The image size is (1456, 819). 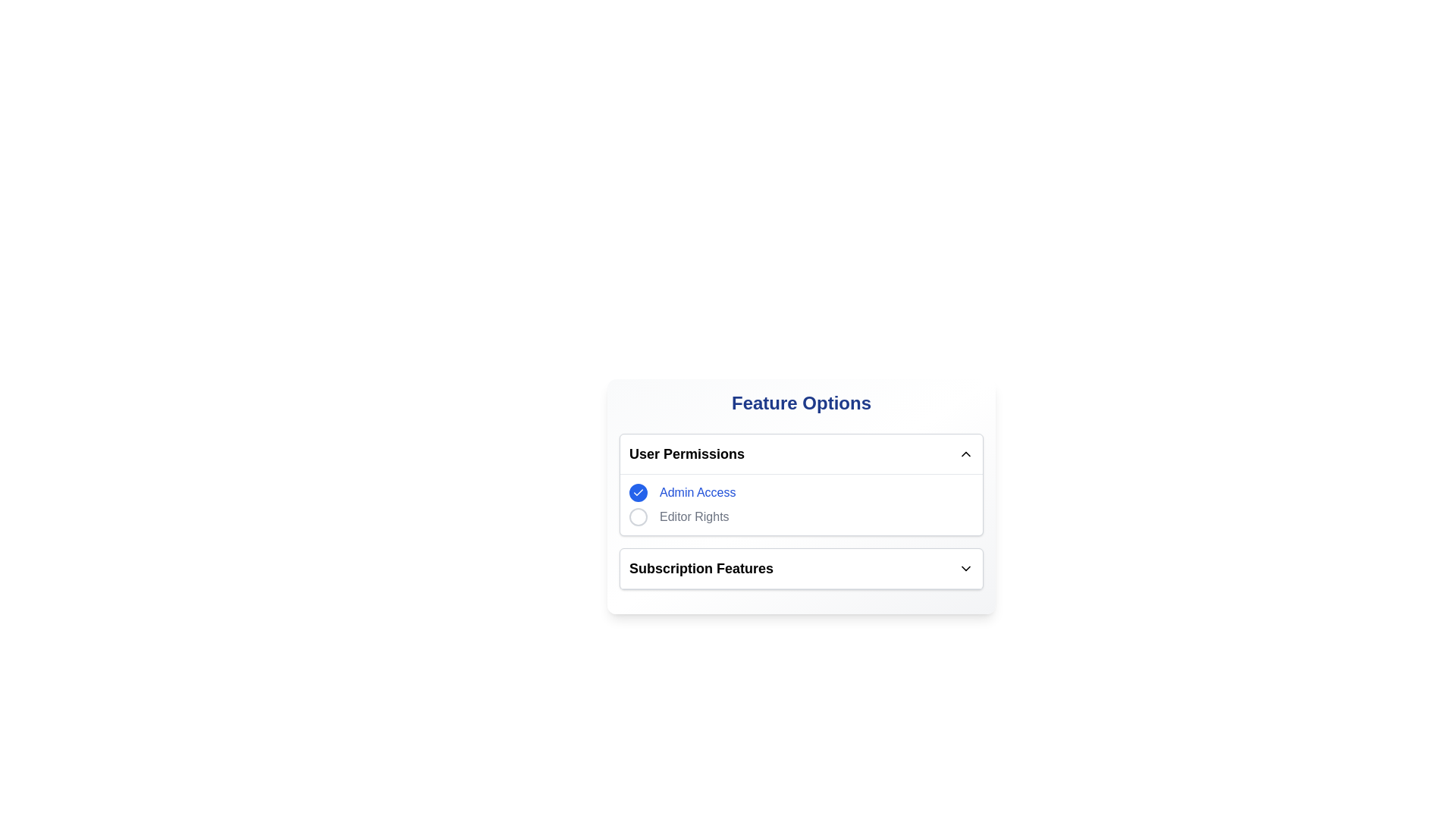 What do you see at coordinates (693, 516) in the screenshot?
I see `the 'Editor Rights' text label located in the 'User Permissions' section, which is styled in gray and positioned to the right of a circular button` at bounding box center [693, 516].